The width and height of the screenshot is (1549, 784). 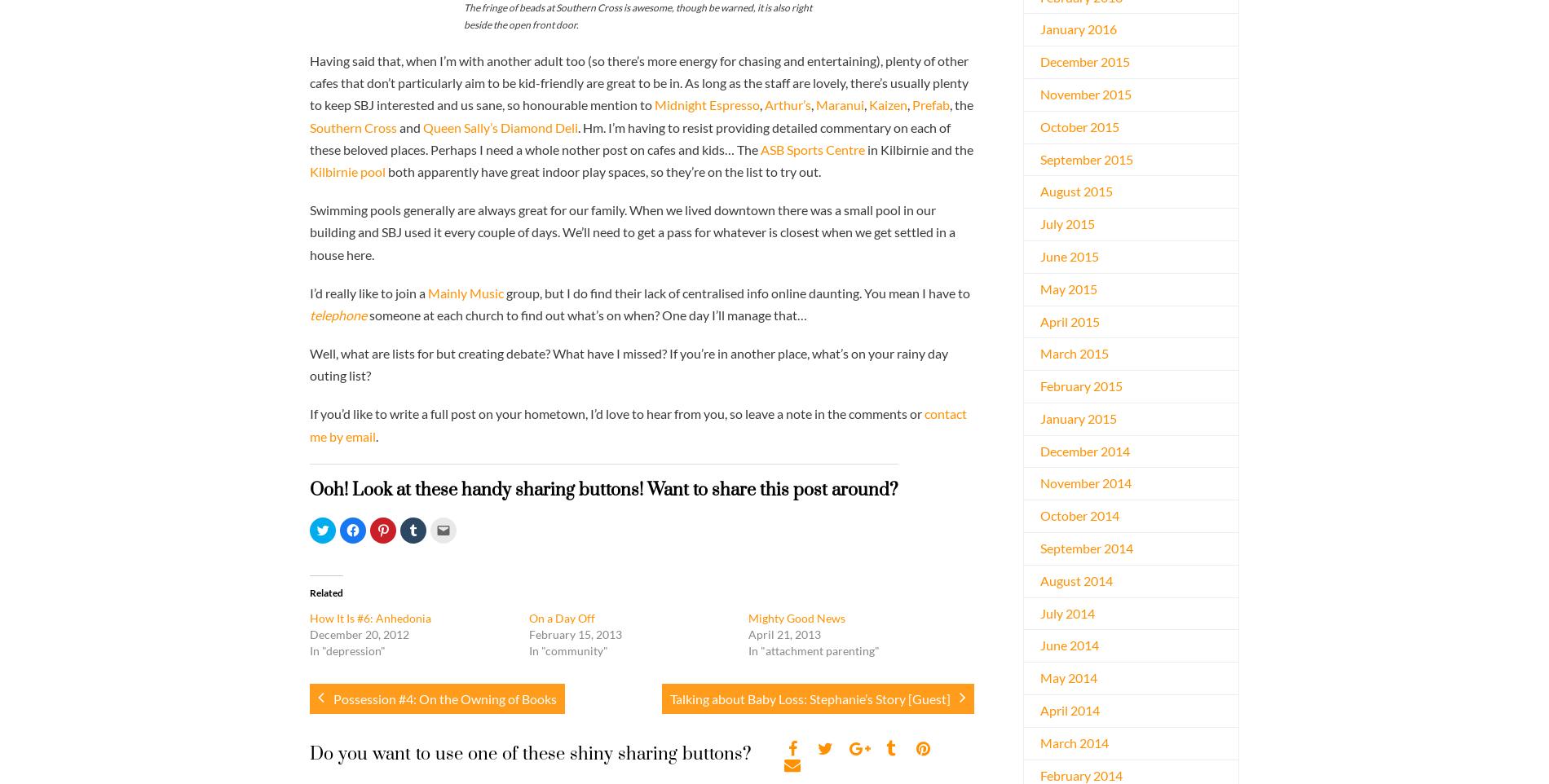 What do you see at coordinates (1075, 579) in the screenshot?
I see `'August 2014'` at bounding box center [1075, 579].